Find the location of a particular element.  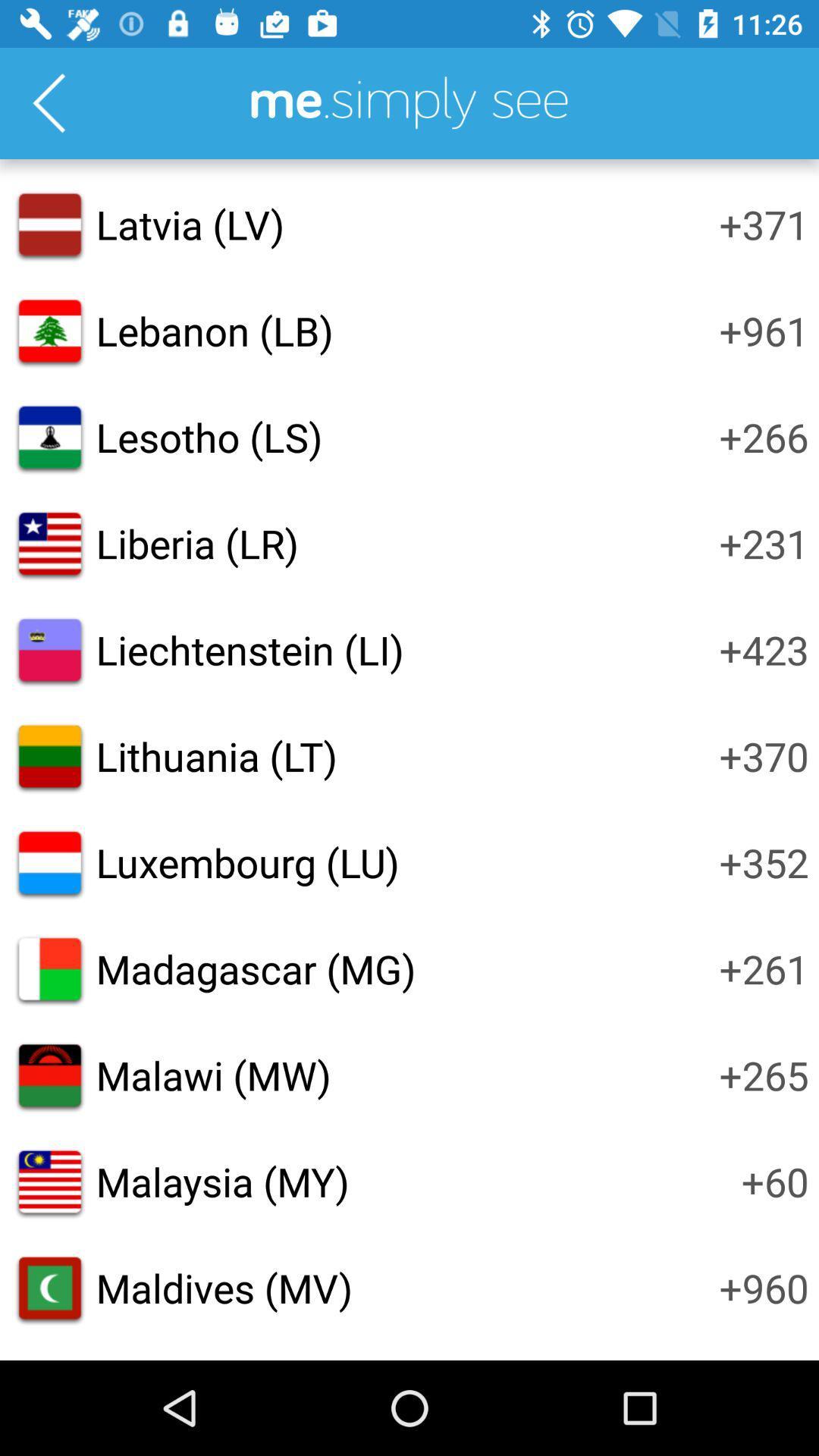

the icon above the +370 icon is located at coordinates (764, 649).